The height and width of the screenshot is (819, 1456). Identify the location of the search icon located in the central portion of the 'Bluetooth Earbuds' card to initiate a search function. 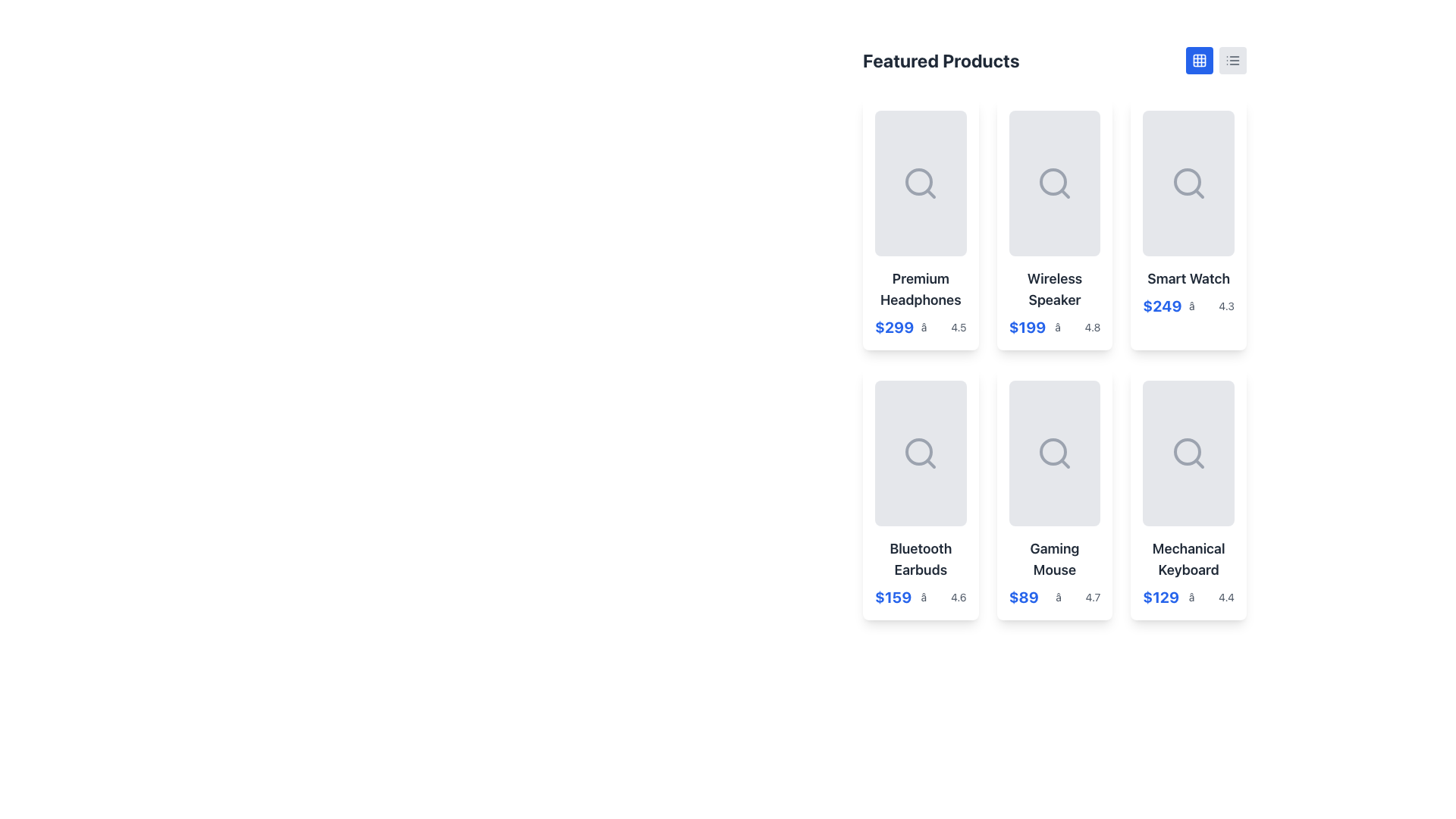
(920, 452).